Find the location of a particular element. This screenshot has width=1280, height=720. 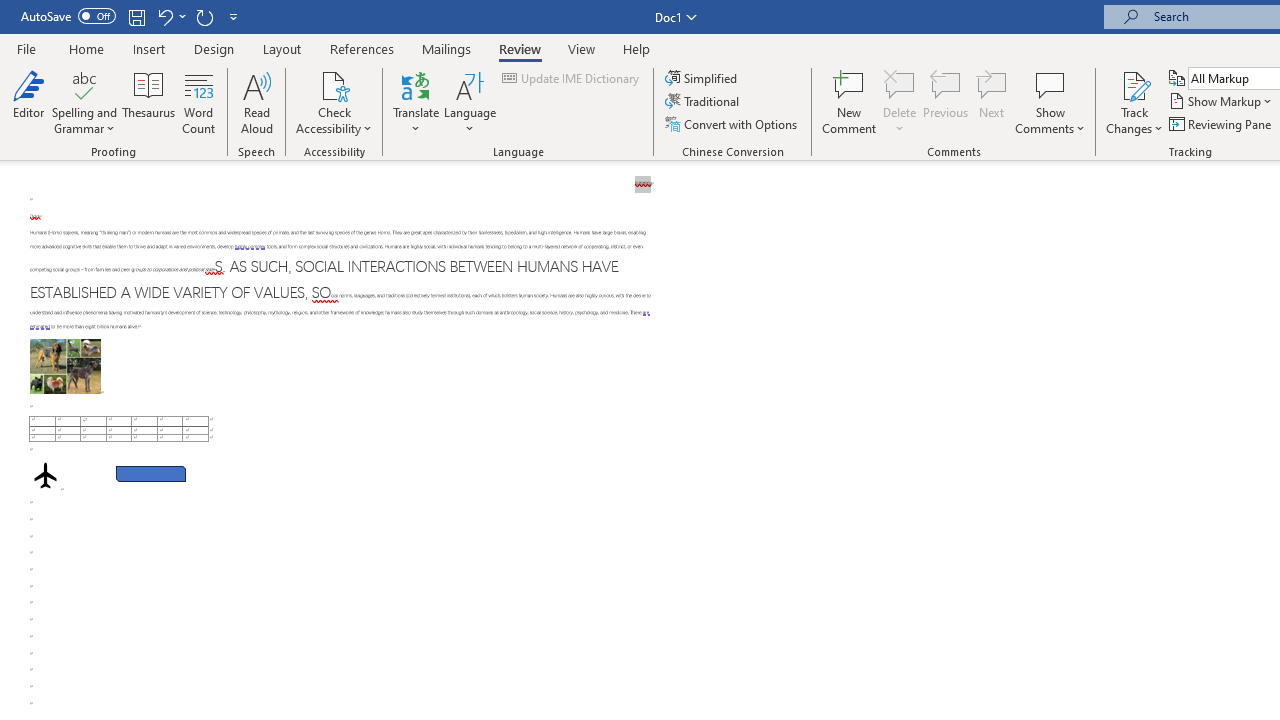

'References' is located at coordinates (362, 48).